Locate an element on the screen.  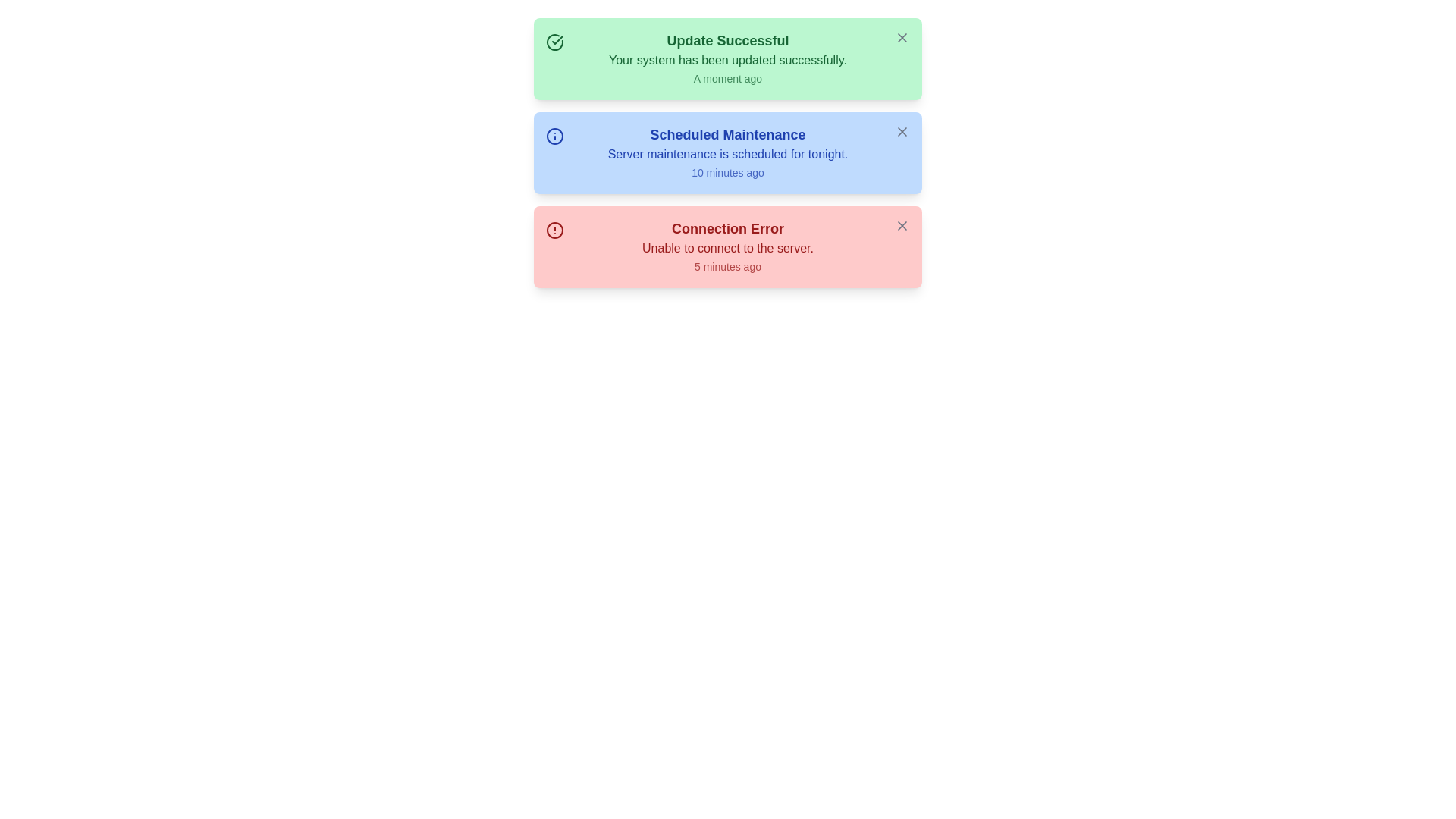
the notification message and timestamp for the notification titled 'Update Successful' is located at coordinates (728, 58).